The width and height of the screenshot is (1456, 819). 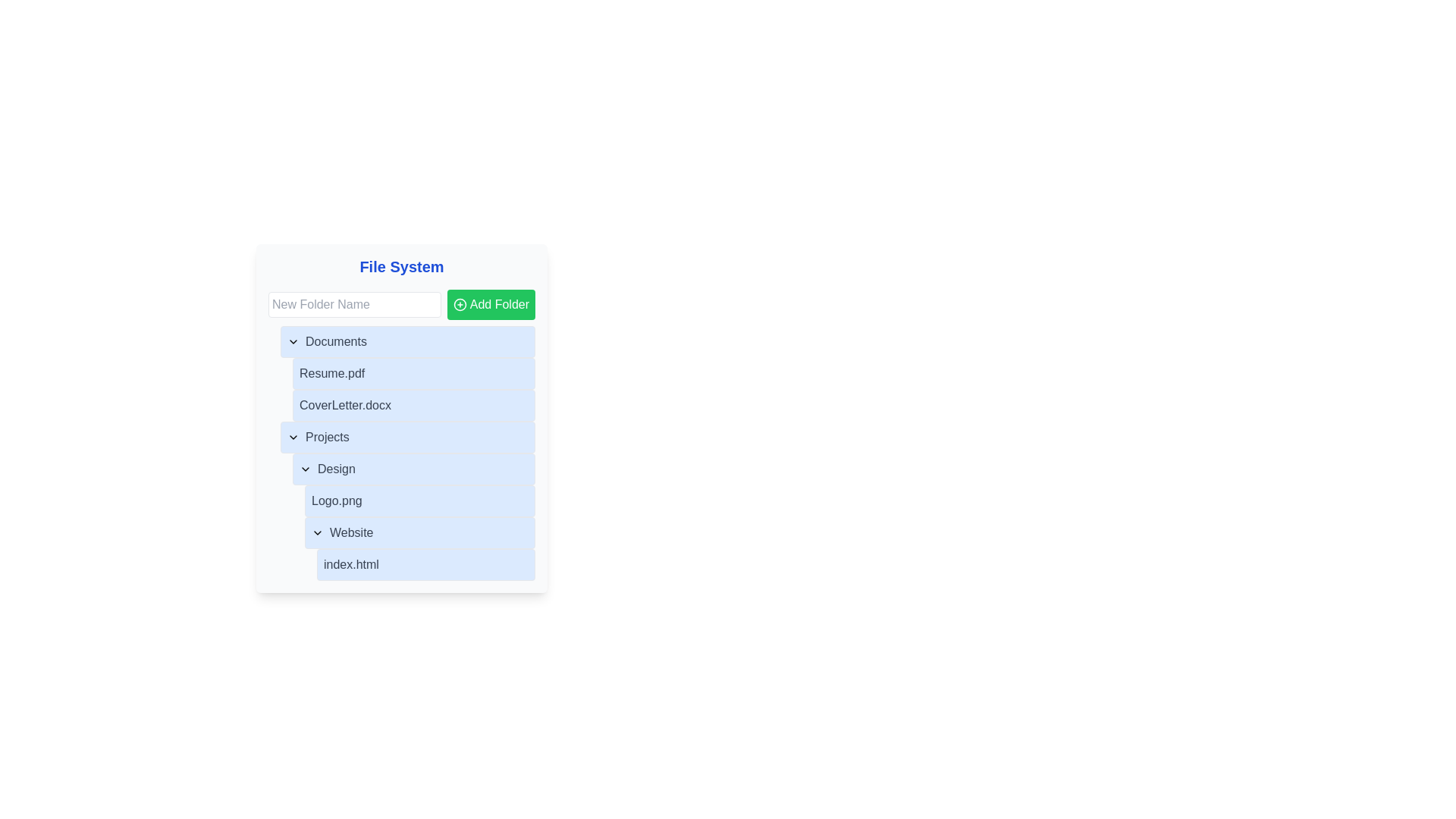 I want to click on the 'Design' text label within the collapsible list under the 'Projects' section, so click(x=335, y=468).